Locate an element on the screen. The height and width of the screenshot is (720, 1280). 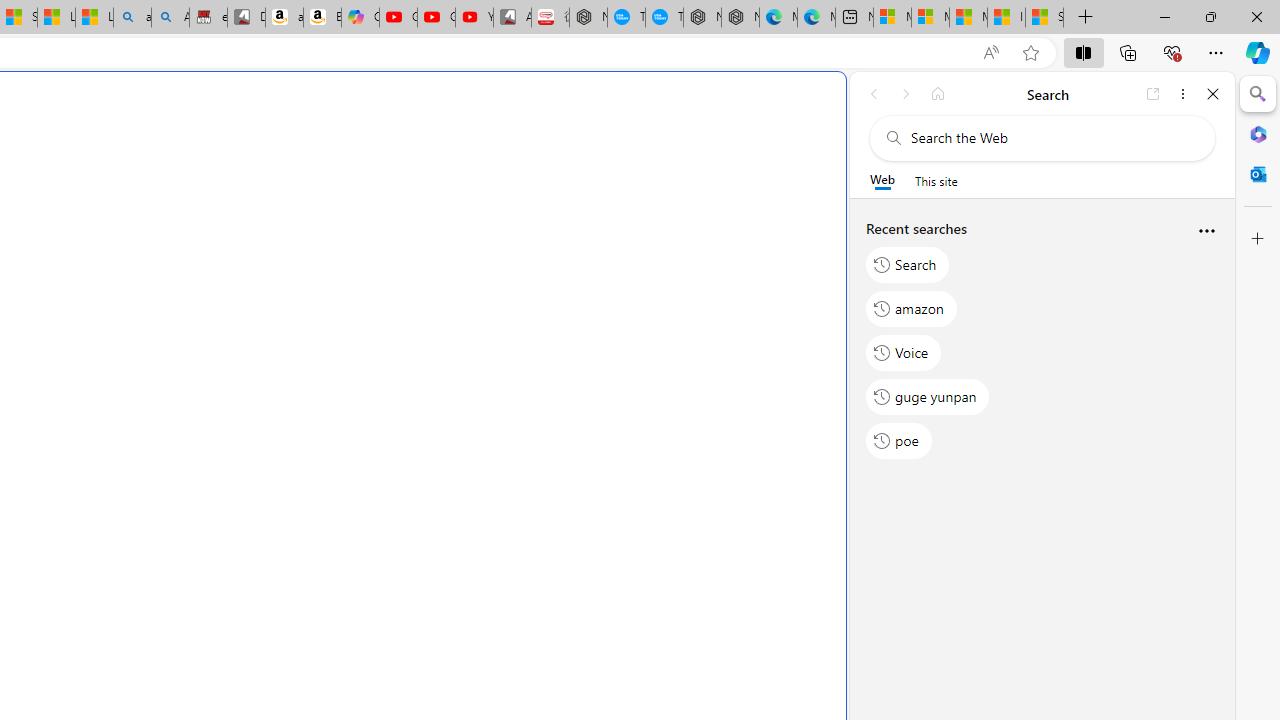
'Customize' is located at coordinates (1257, 238).